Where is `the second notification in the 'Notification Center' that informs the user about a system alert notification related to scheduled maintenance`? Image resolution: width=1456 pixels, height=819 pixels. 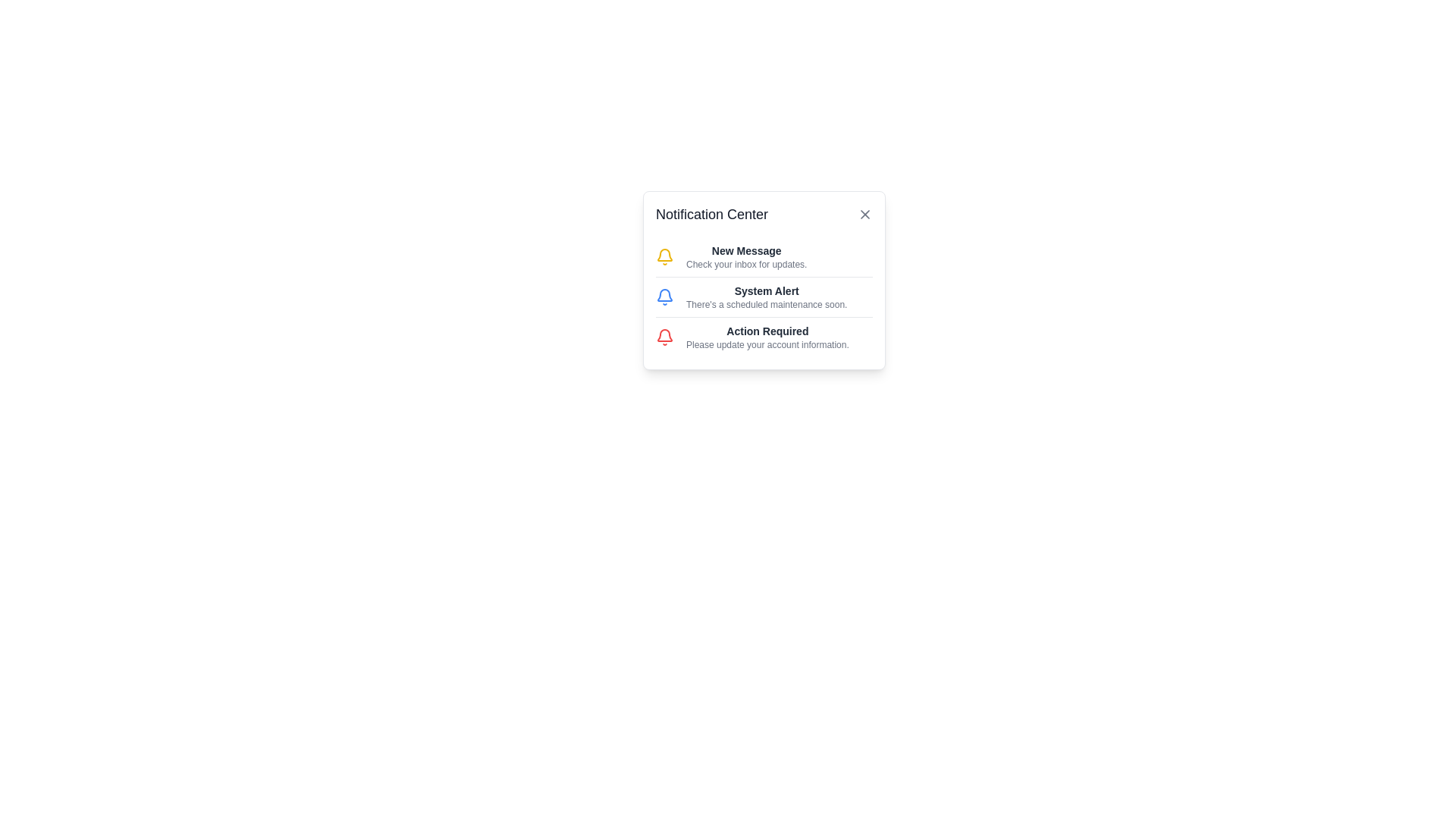 the second notification in the 'Notification Center' that informs the user about a system alert notification related to scheduled maintenance is located at coordinates (764, 297).